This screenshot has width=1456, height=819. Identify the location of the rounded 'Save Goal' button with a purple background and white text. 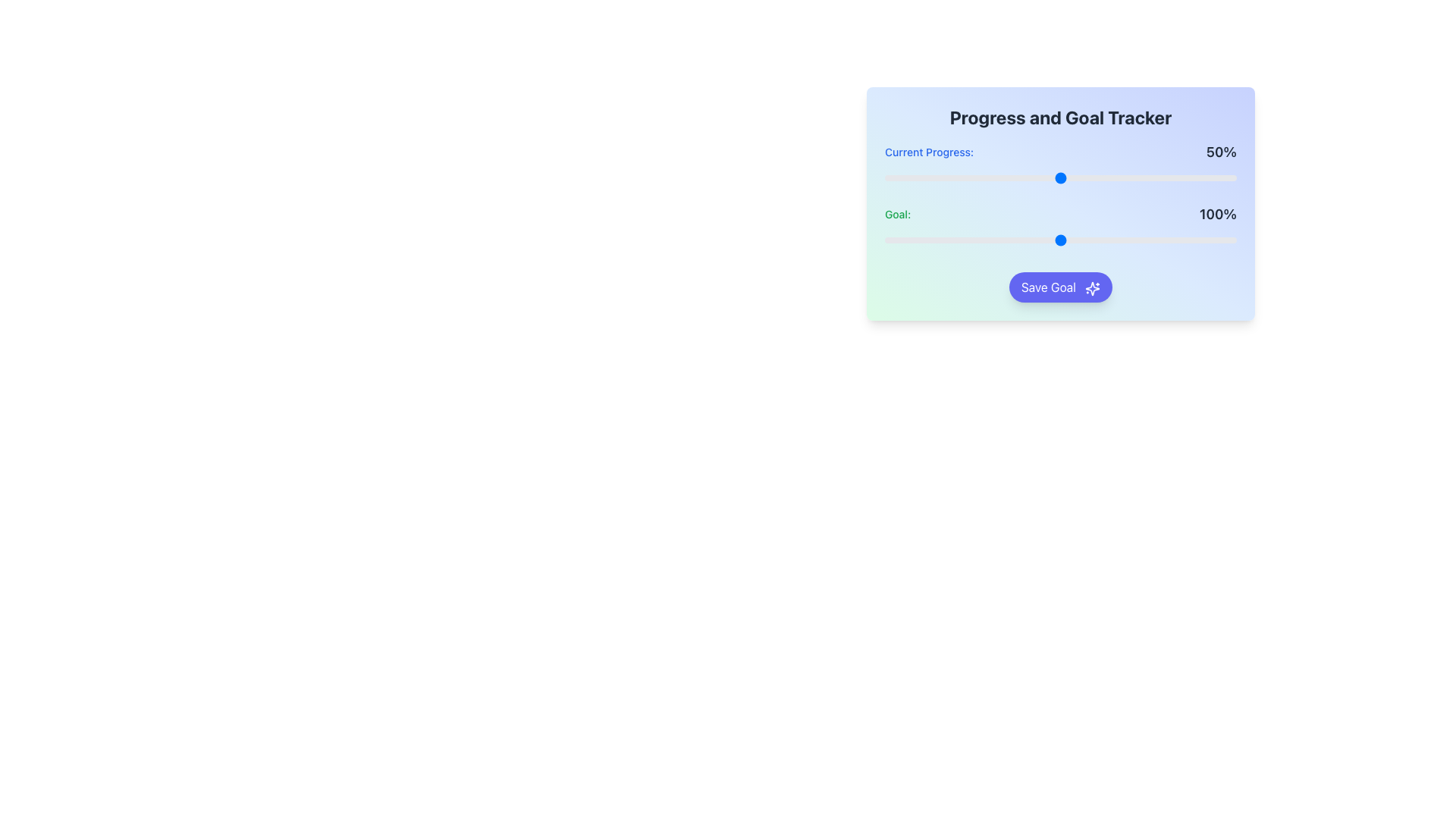
(1059, 287).